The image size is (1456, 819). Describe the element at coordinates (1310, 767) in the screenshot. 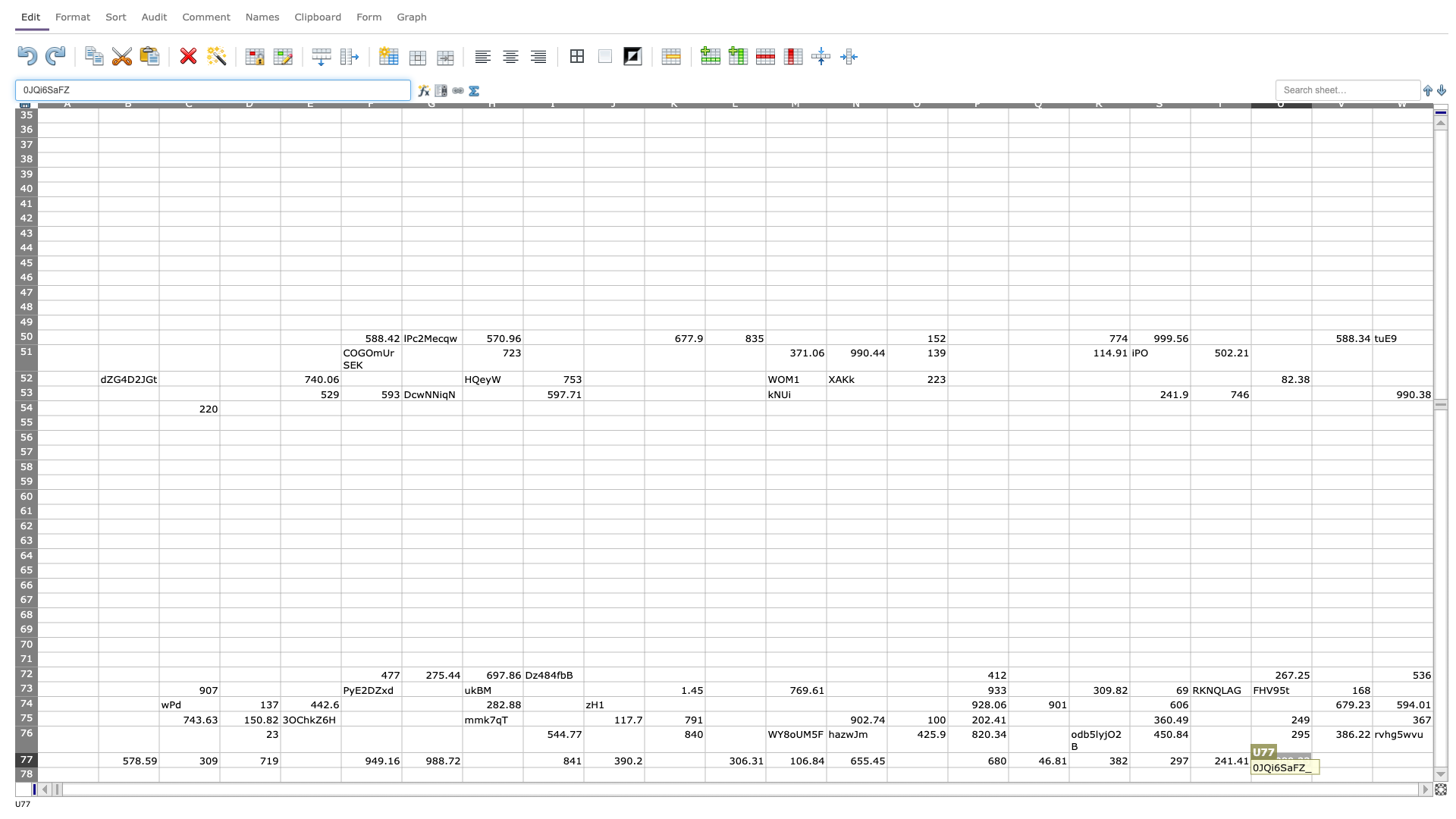

I see `Top left of cell V78` at that location.